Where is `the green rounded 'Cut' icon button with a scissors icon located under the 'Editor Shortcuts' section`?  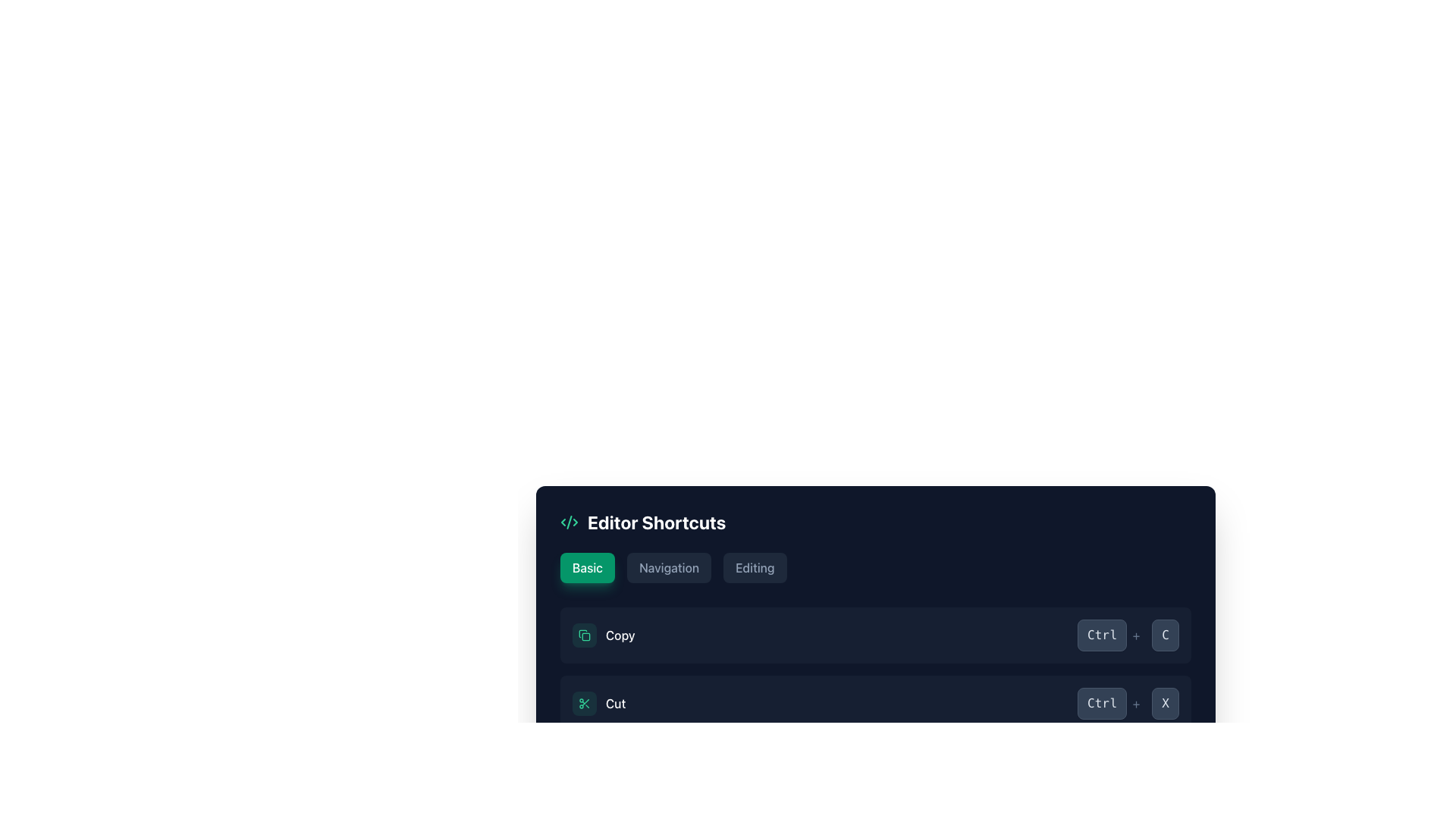 the green rounded 'Cut' icon button with a scissors icon located under the 'Editor Shortcuts' section is located at coordinates (584, 704).